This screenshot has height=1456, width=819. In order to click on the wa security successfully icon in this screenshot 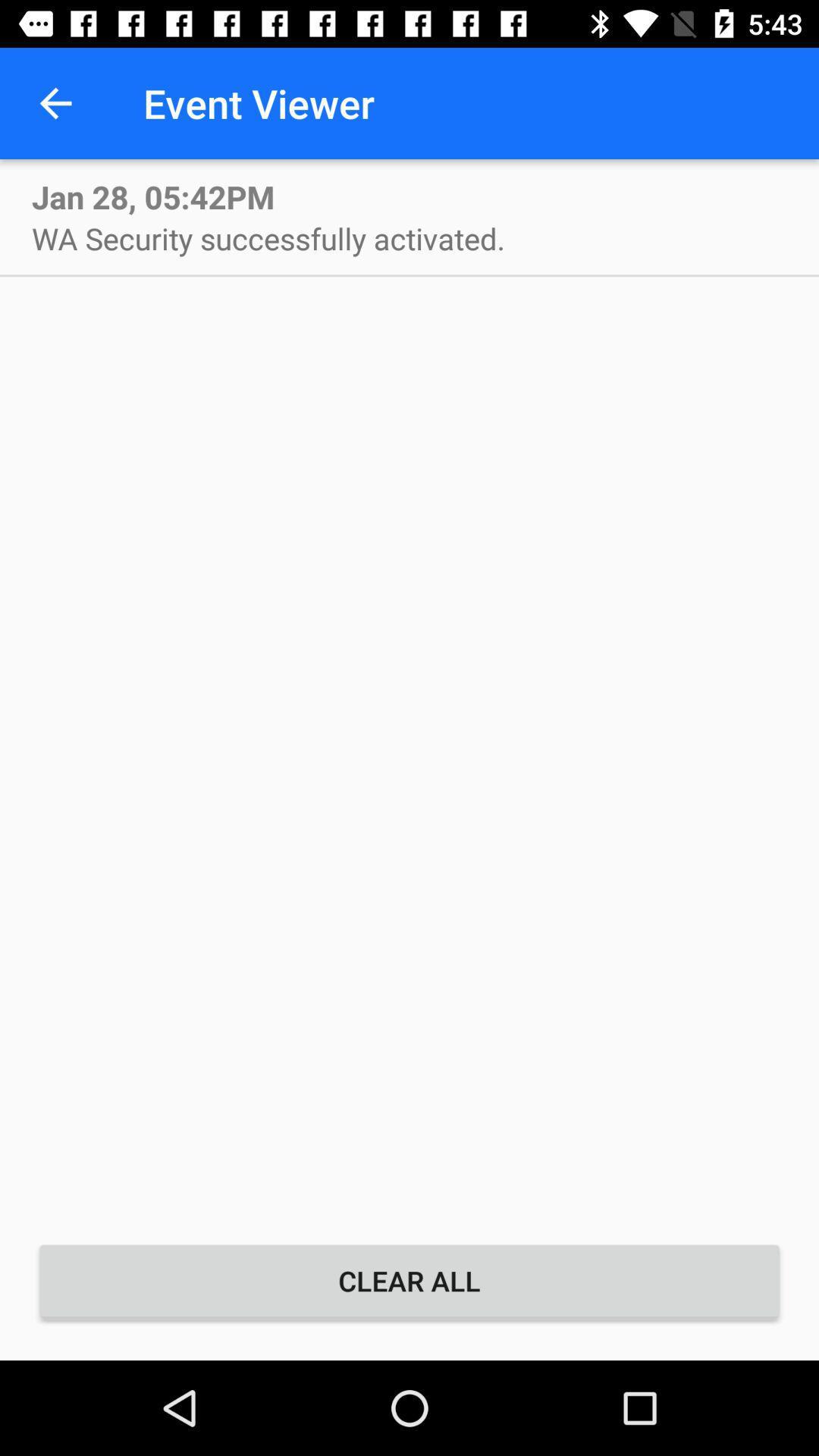, I will do `click(268, 237)`.